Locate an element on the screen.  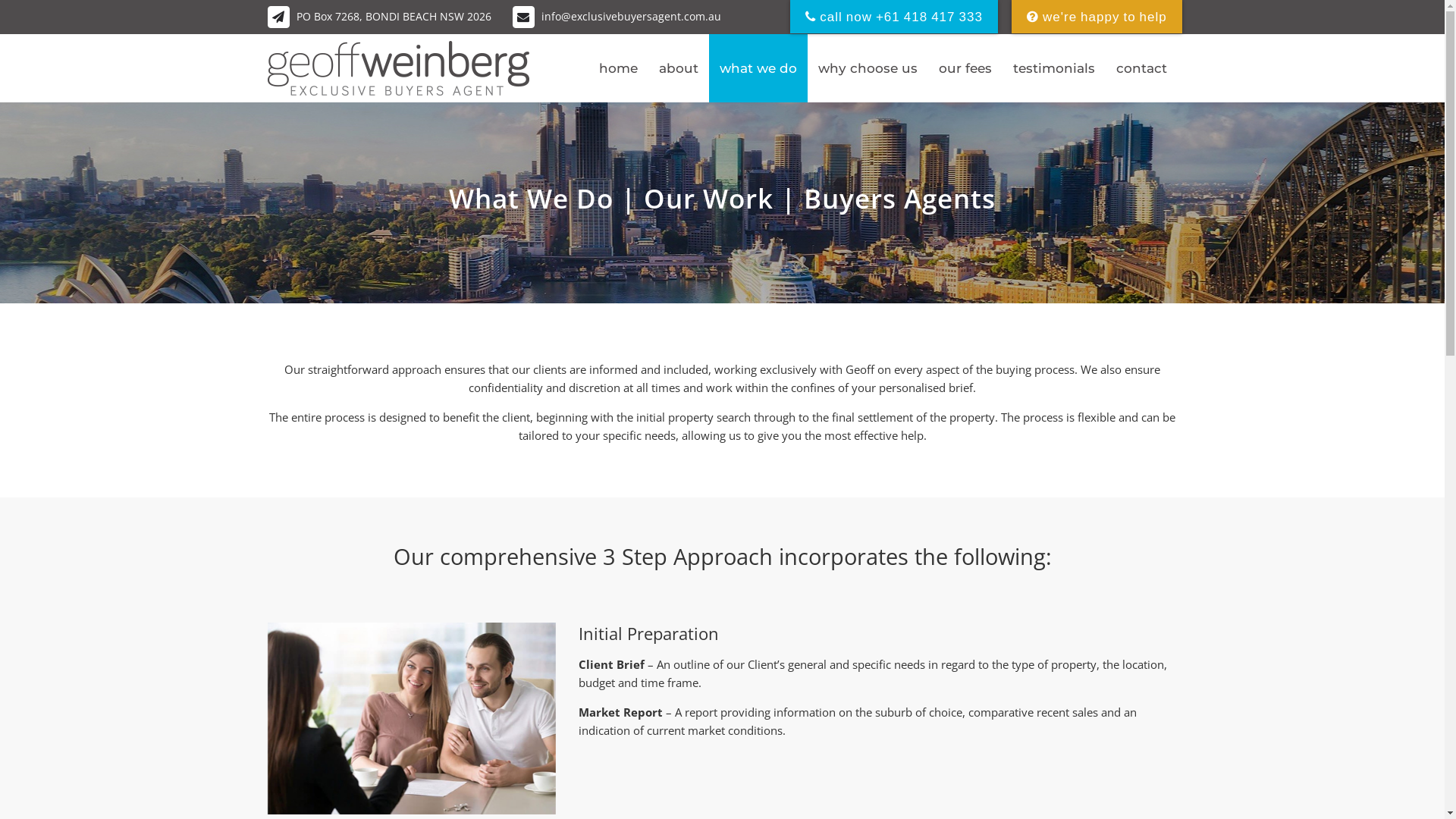
'call now +61 418 417 333' is located at coordinates (894, 16).